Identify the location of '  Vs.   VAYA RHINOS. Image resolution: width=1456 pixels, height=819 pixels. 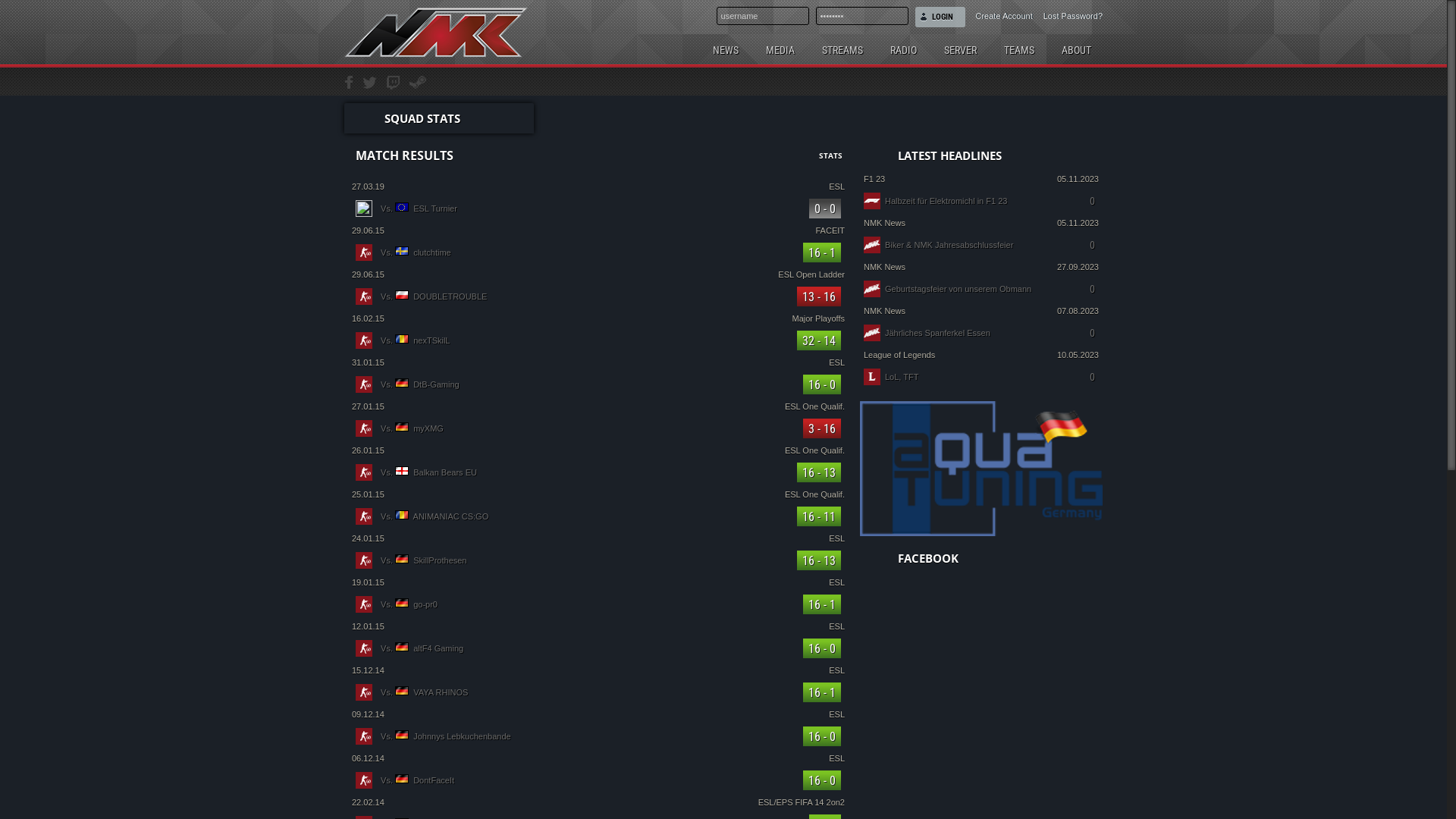
(597, 692).